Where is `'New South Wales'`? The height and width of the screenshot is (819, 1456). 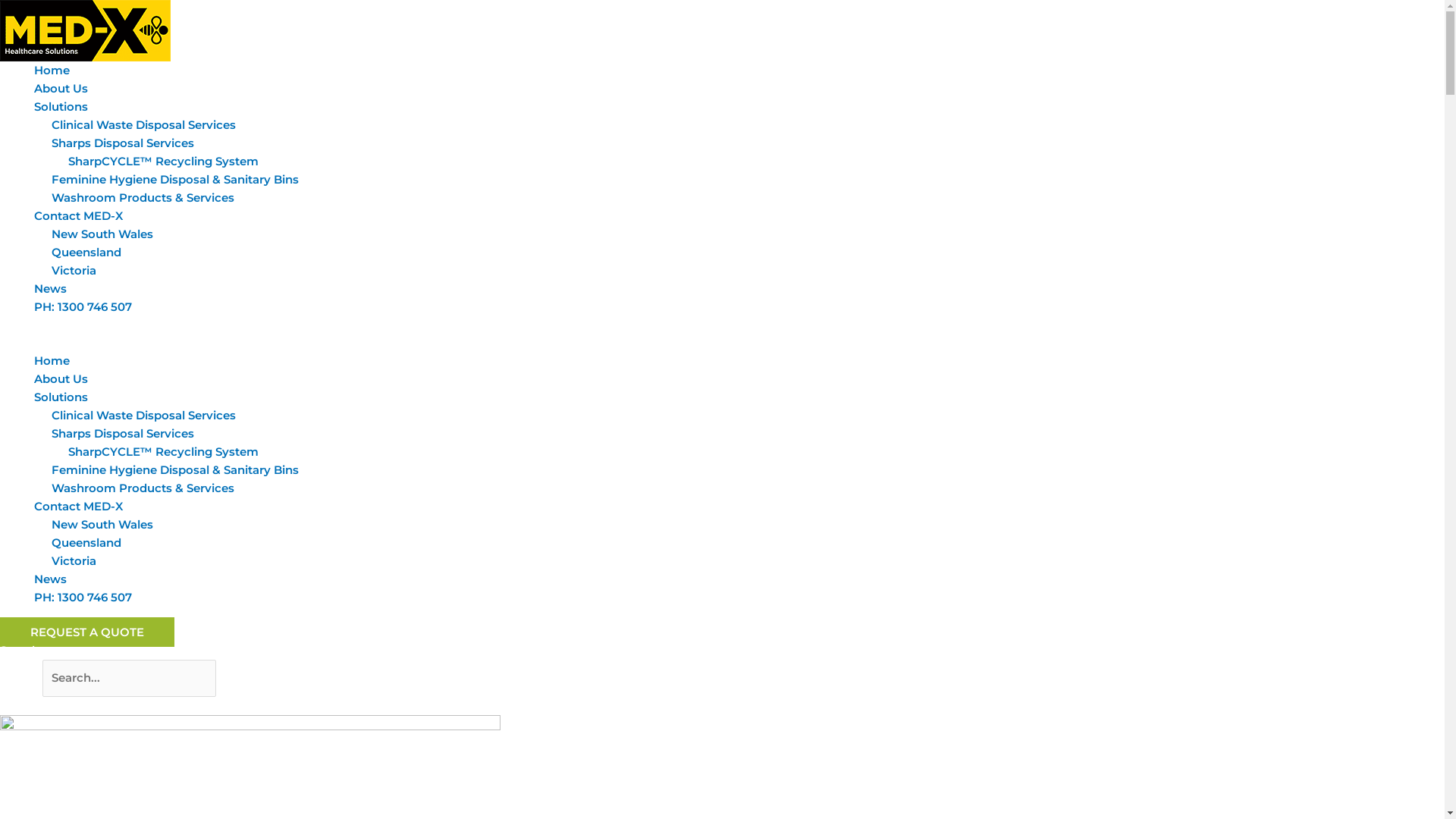 'New South Wales' is located at coordinates (101, 234).